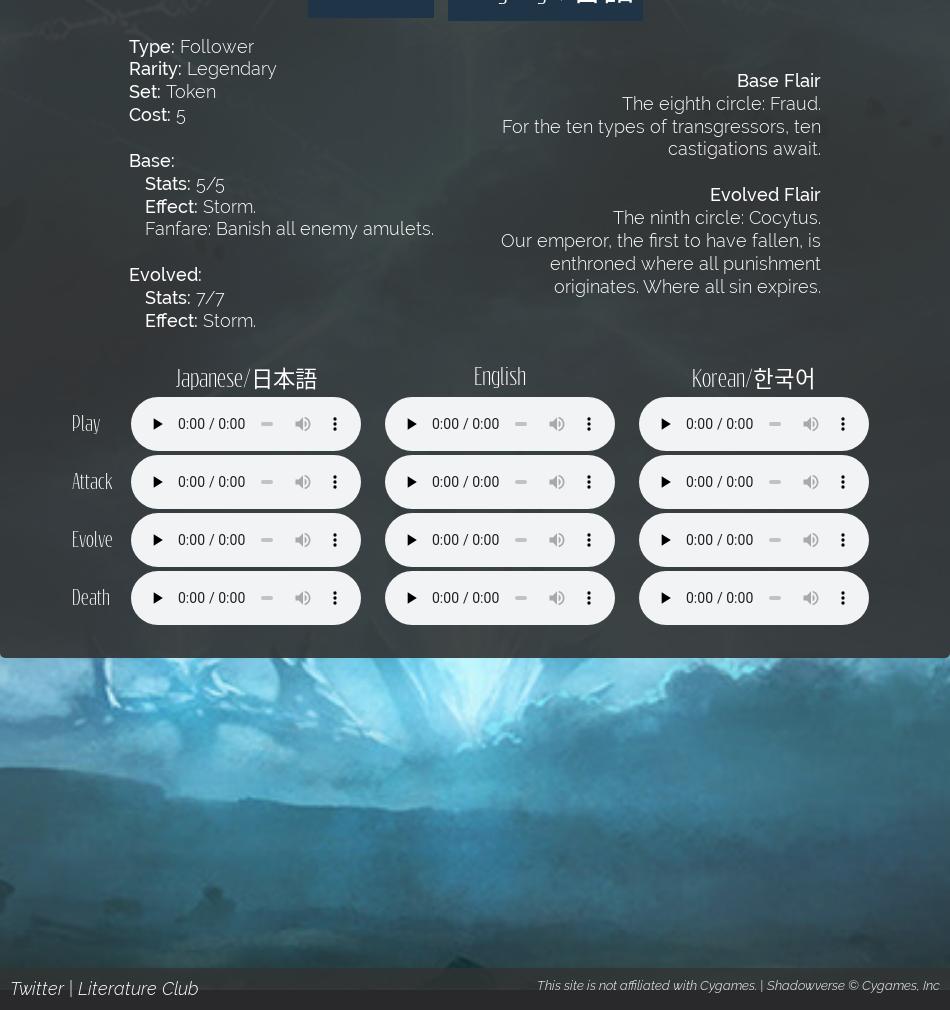 The width and height of the screenshot is (950, 1010). Describe the element at coordinates (91, 537) in the screenshot. I see `'Evolve'` at that location.